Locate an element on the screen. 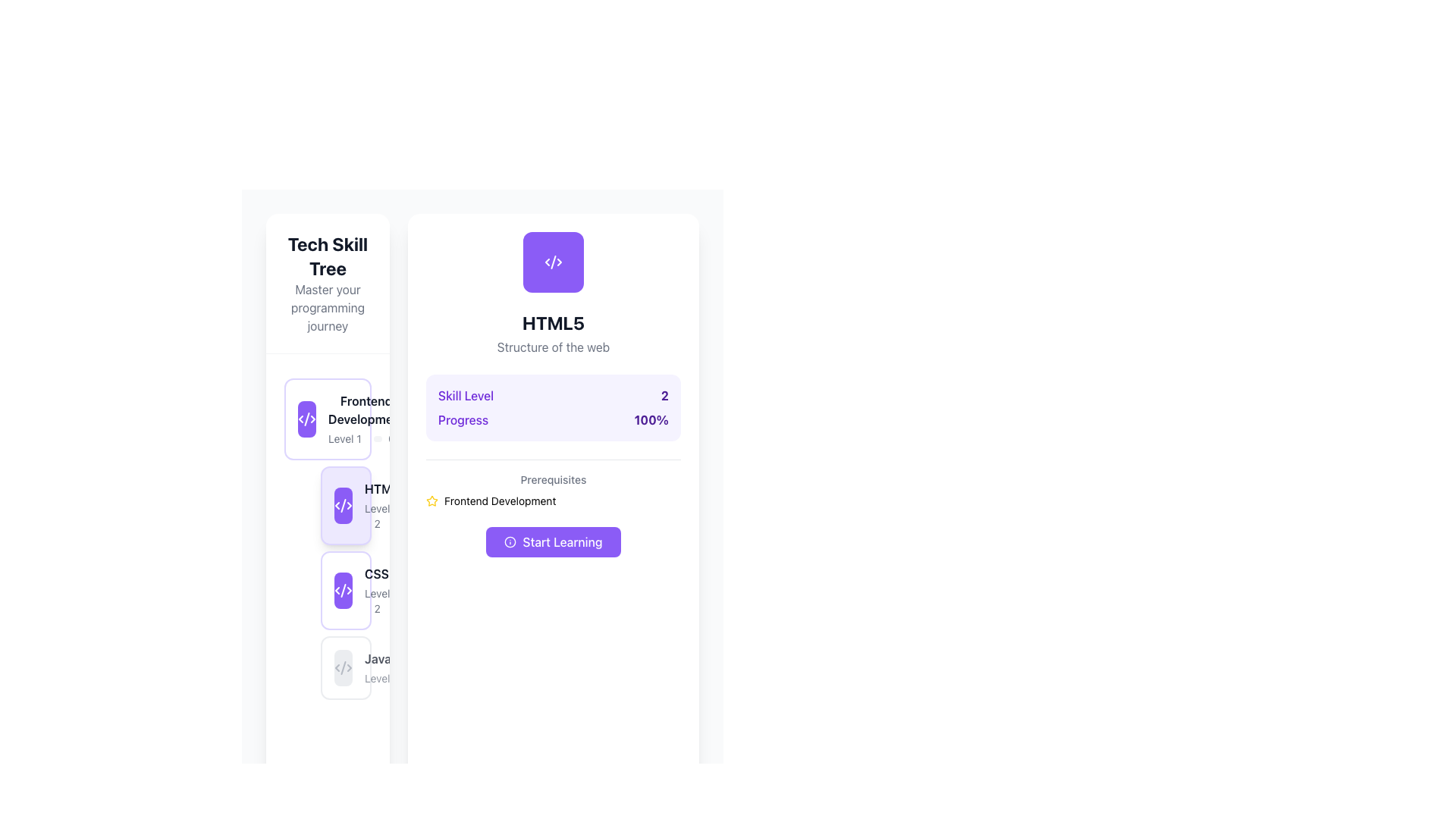 This screenshot has height=819, width=1456. the second skill in the learning progress under the 'Frontend Development' section, which displays the skill name, level, and completion percentage is located at coordinates (400, 506).